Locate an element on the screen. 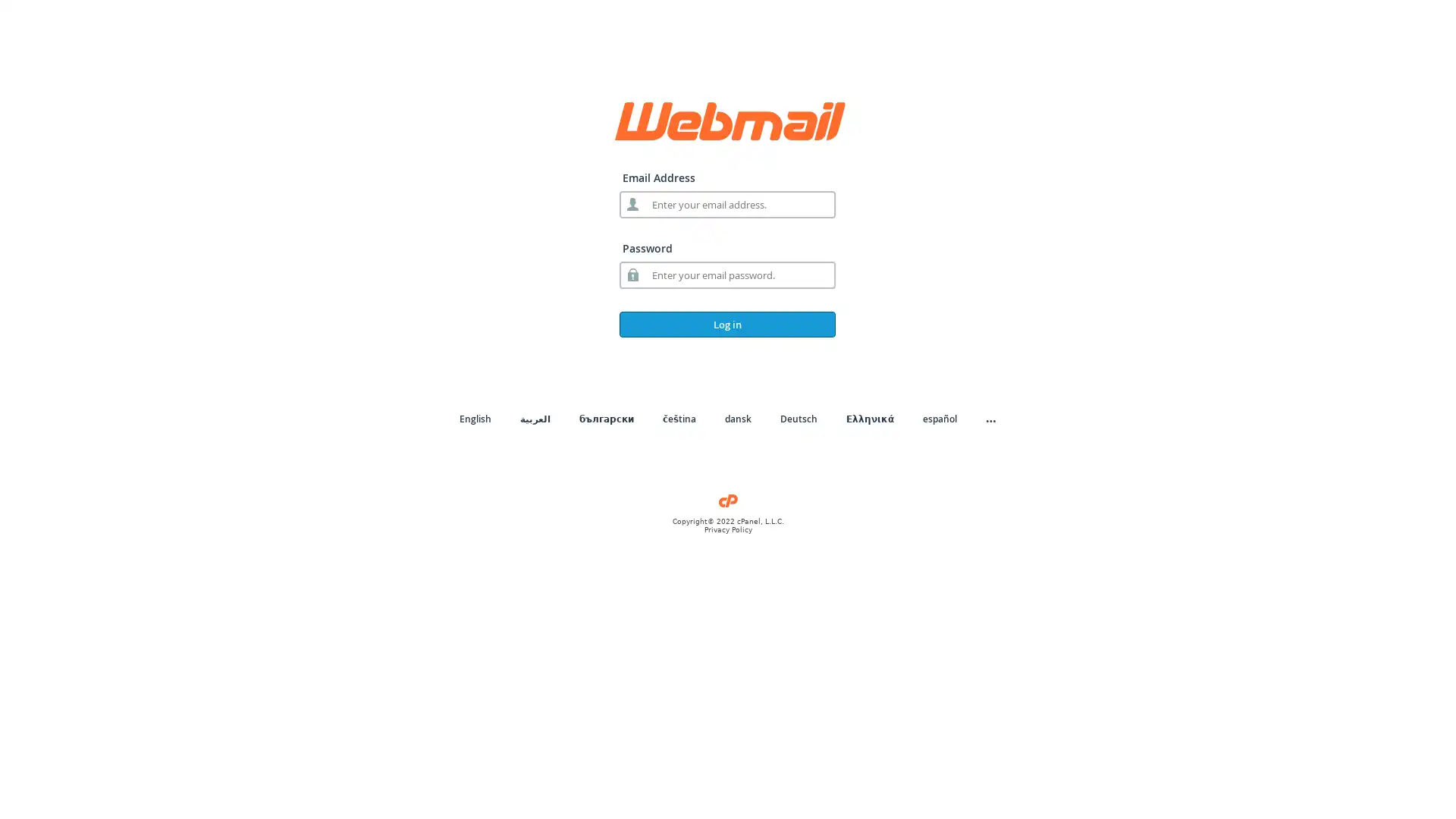 Image resolution: width=1456 pixels, height=819 pixels. Log in is located at coordinates (726, 324).